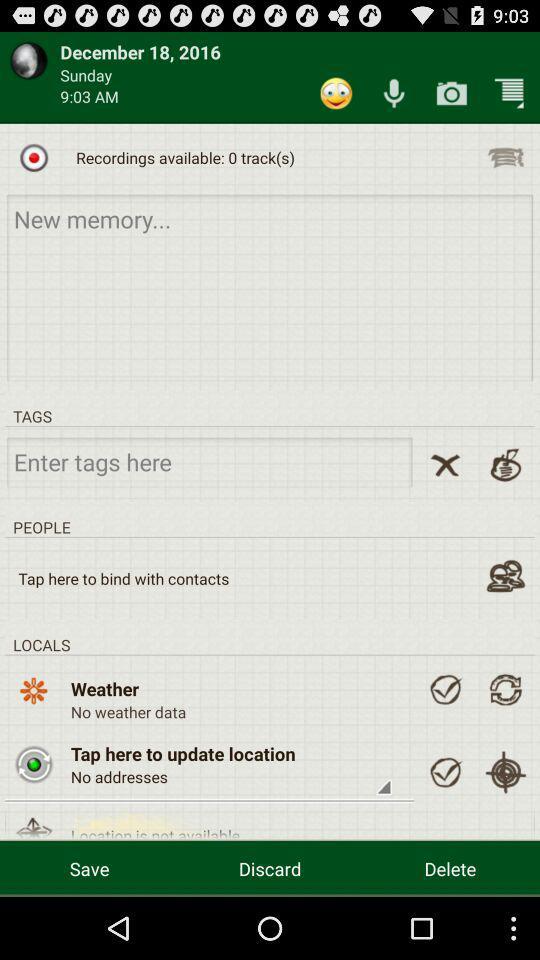  I want to click on click te recording list, so click(504, 156).